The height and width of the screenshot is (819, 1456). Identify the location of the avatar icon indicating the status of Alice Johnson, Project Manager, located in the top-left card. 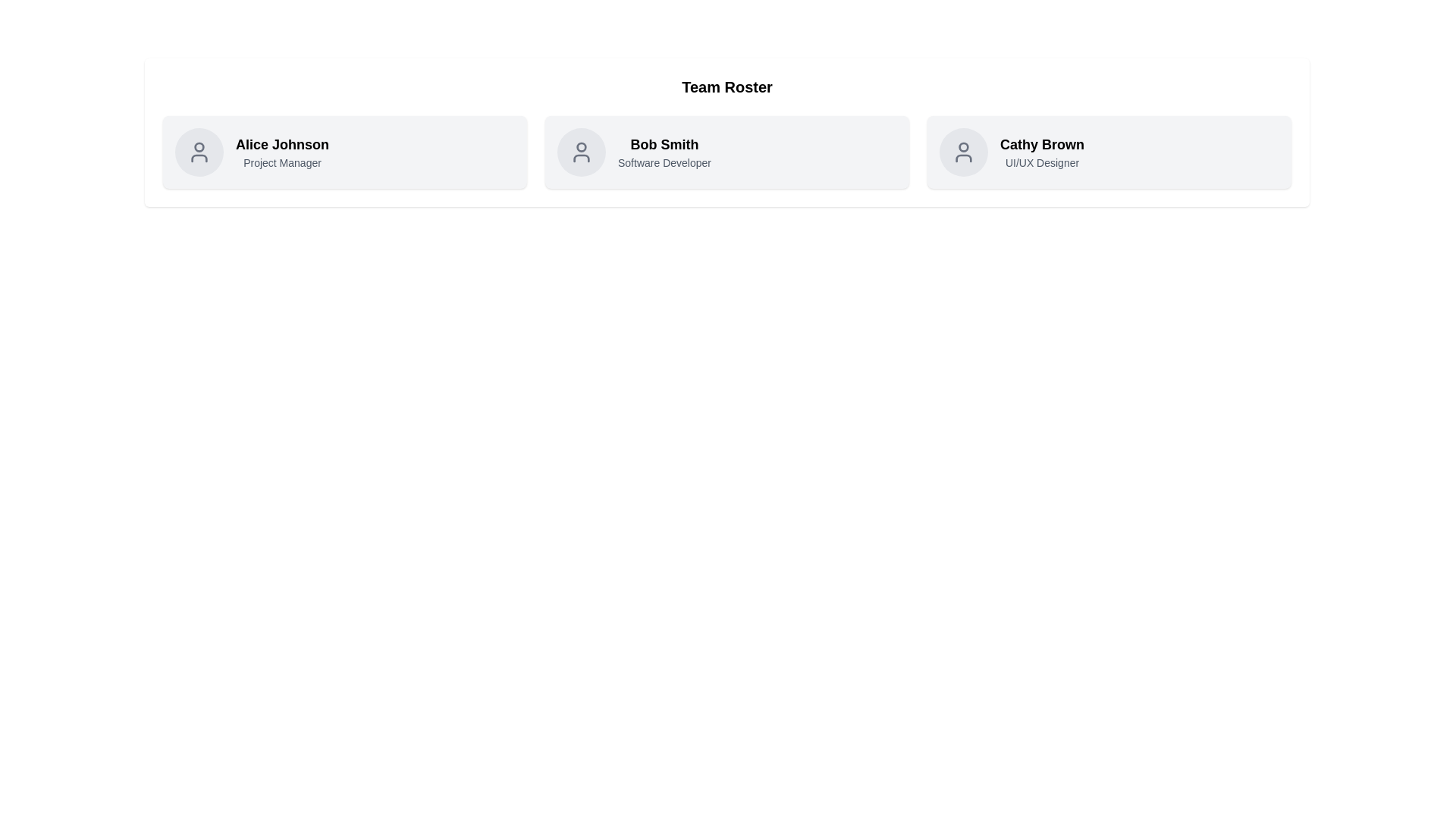
(199, 146).